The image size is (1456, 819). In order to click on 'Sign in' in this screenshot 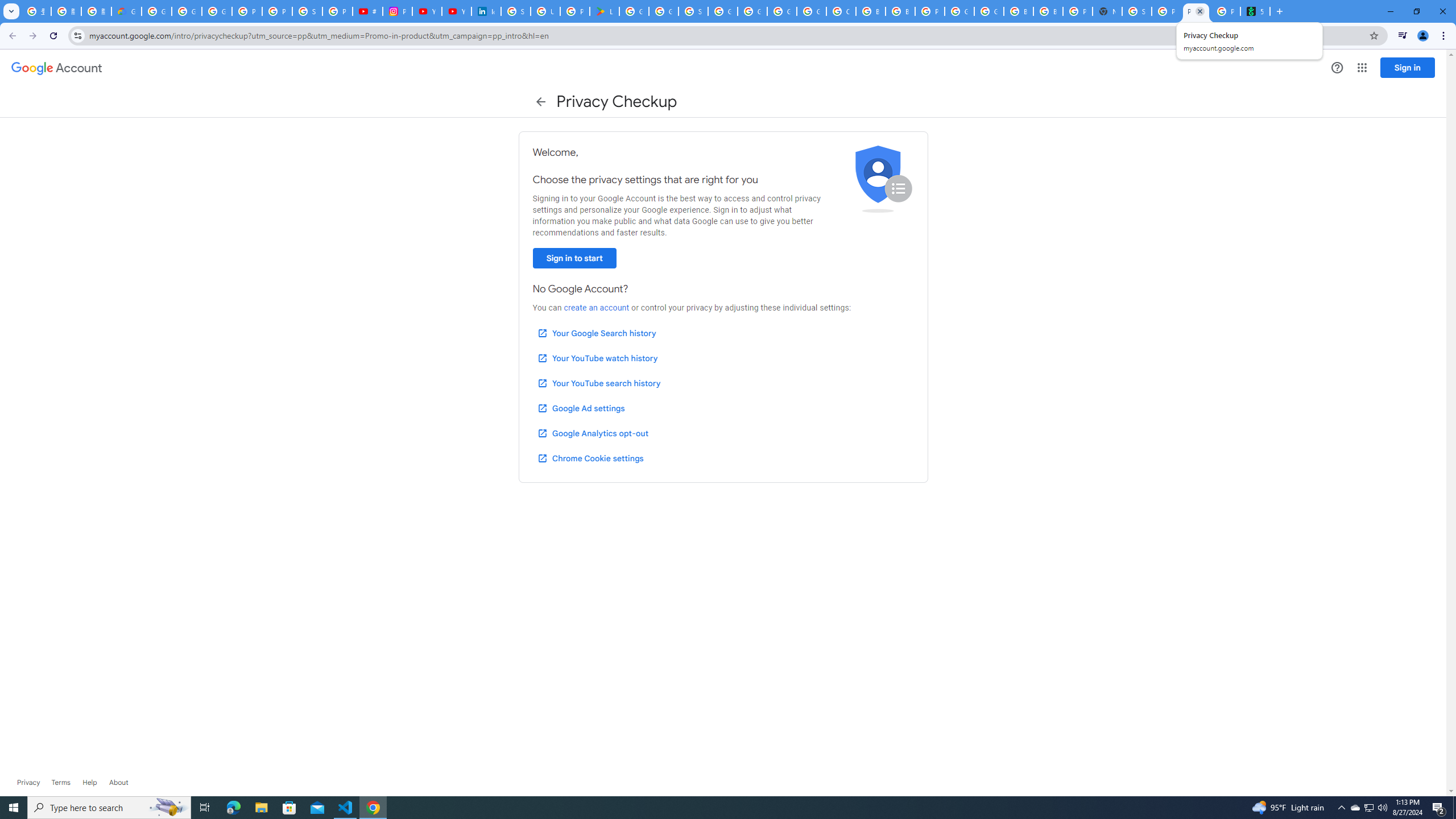, I will do `click(1407, 67)`.